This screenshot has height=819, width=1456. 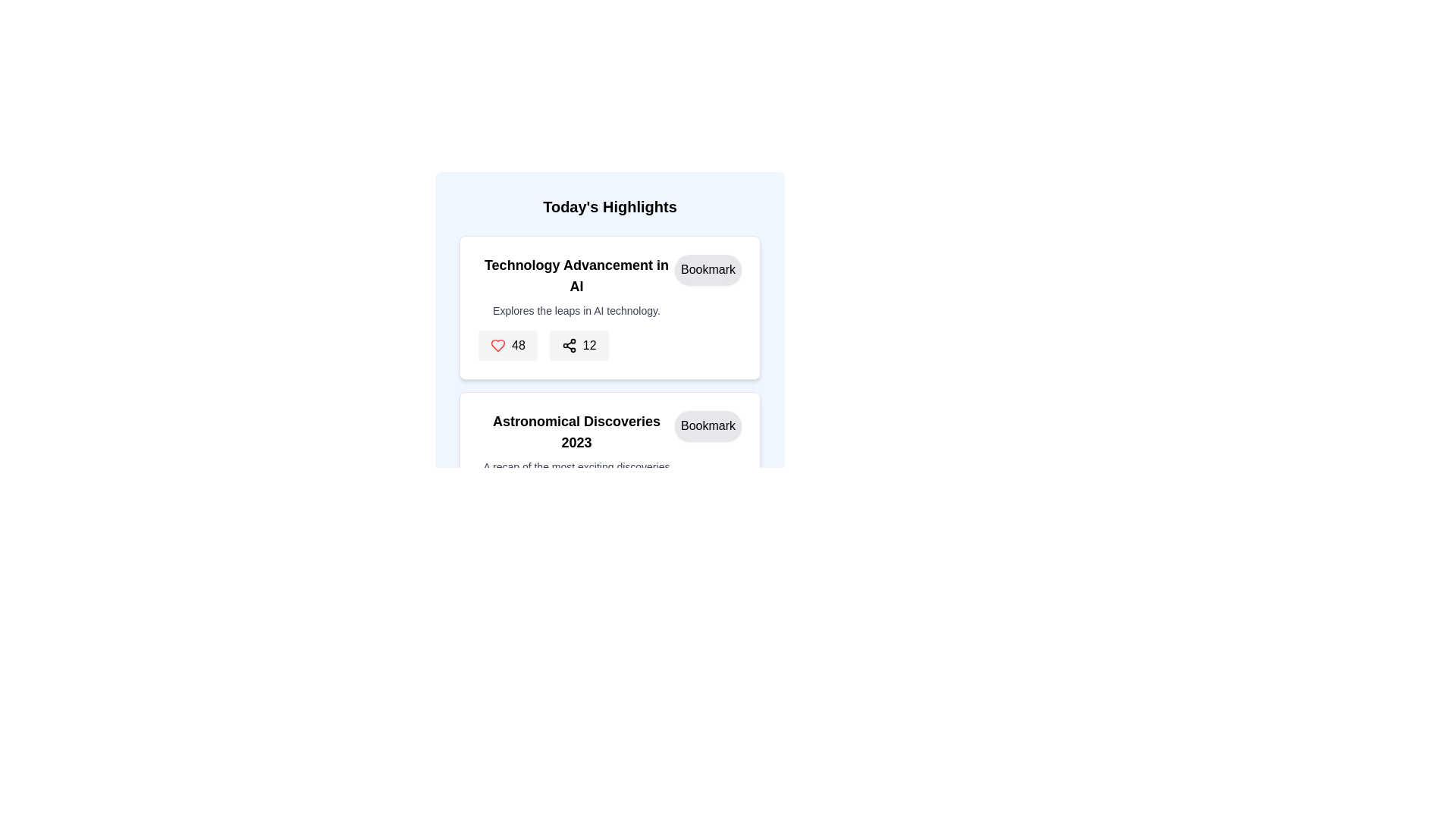 What do you see at coordinates (707, 426) in the screenshot?
I see `the 'Bookmark' button with a light gray background and shadow effect, located in the top-right corner of the 'Astronomical Discoveries 2023' card` at bounding box center [707, 426].